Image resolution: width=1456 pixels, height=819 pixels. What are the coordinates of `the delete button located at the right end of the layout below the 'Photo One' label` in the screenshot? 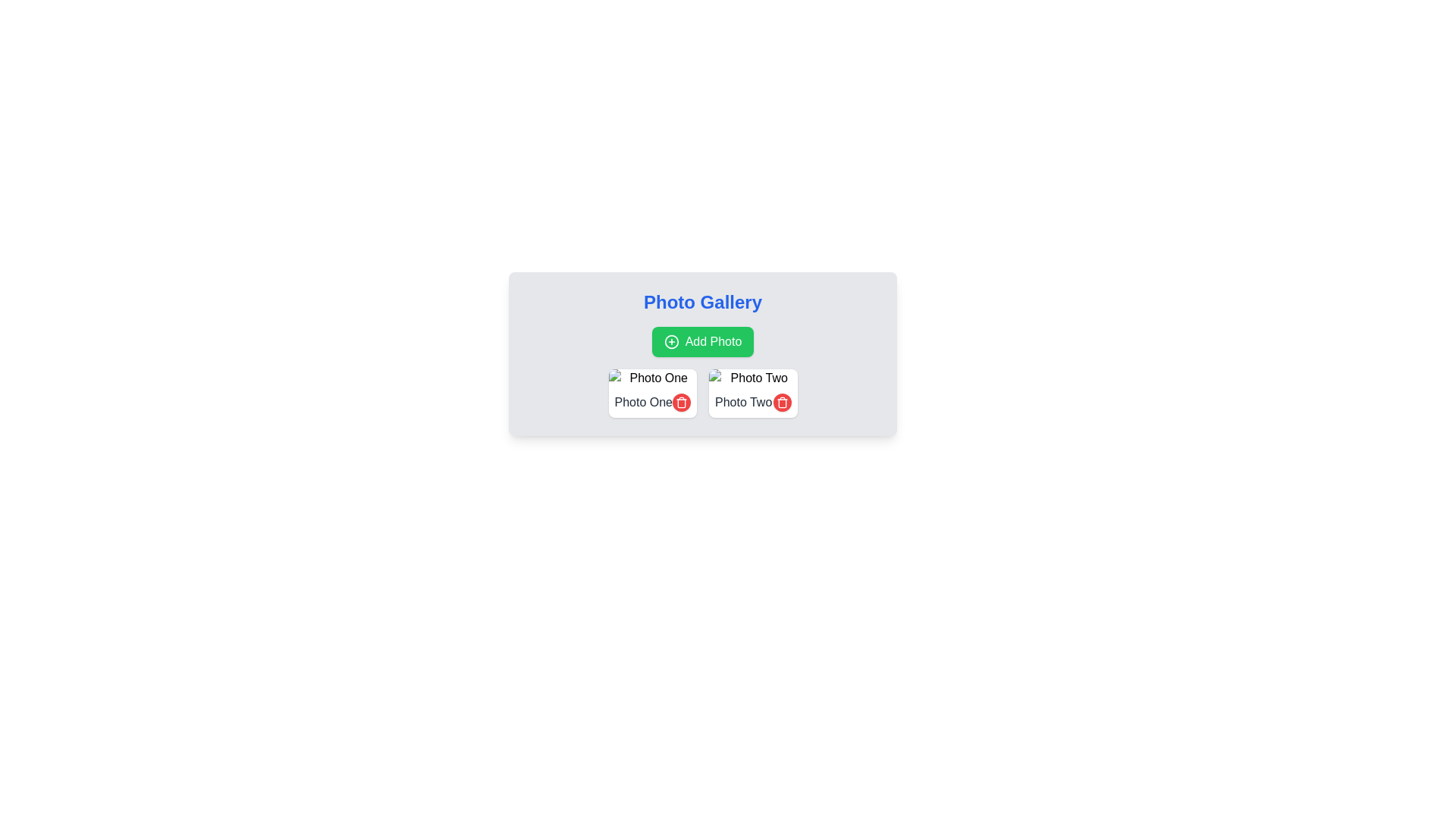 It's located at (680, 402).